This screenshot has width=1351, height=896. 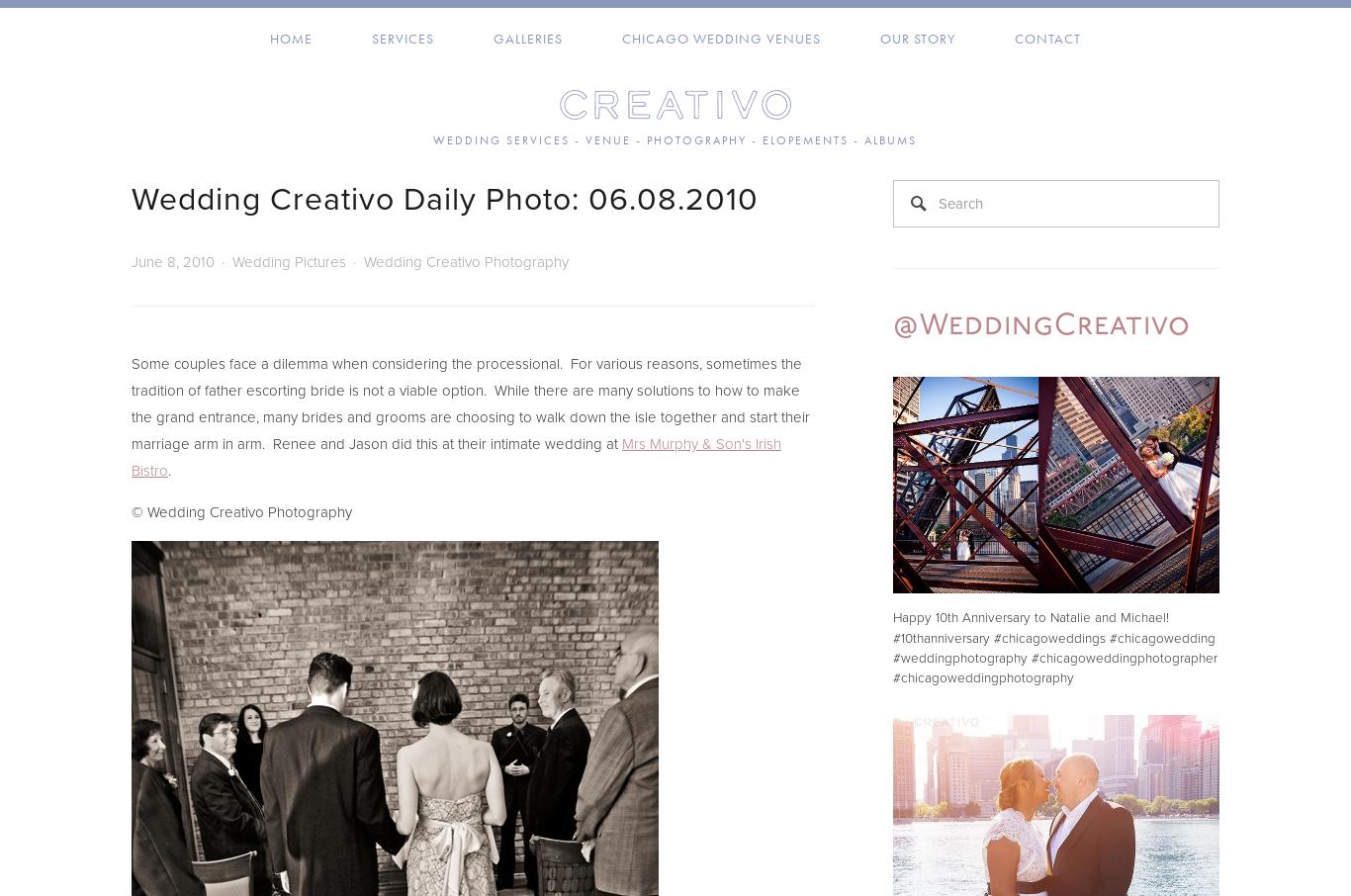 I want to click on 'Happy 10th Anniversary to Natalie and Michael! #10thanniversary #chicagoweddings #chicagowedding #weddingphotography #chicagoweddingphotographer #chicagoweddingphotography', so click(x=1053, y=646).